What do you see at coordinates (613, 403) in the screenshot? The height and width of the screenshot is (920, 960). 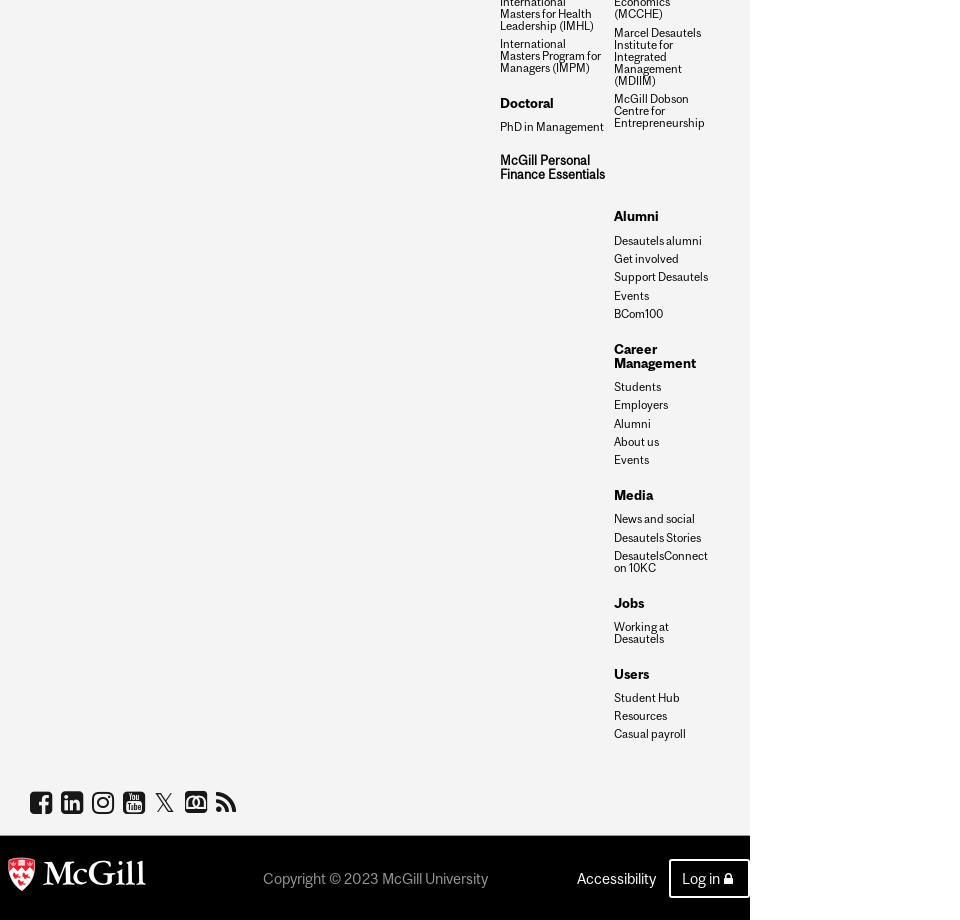 I see `'Employers'` at bounding box center [613, 403].